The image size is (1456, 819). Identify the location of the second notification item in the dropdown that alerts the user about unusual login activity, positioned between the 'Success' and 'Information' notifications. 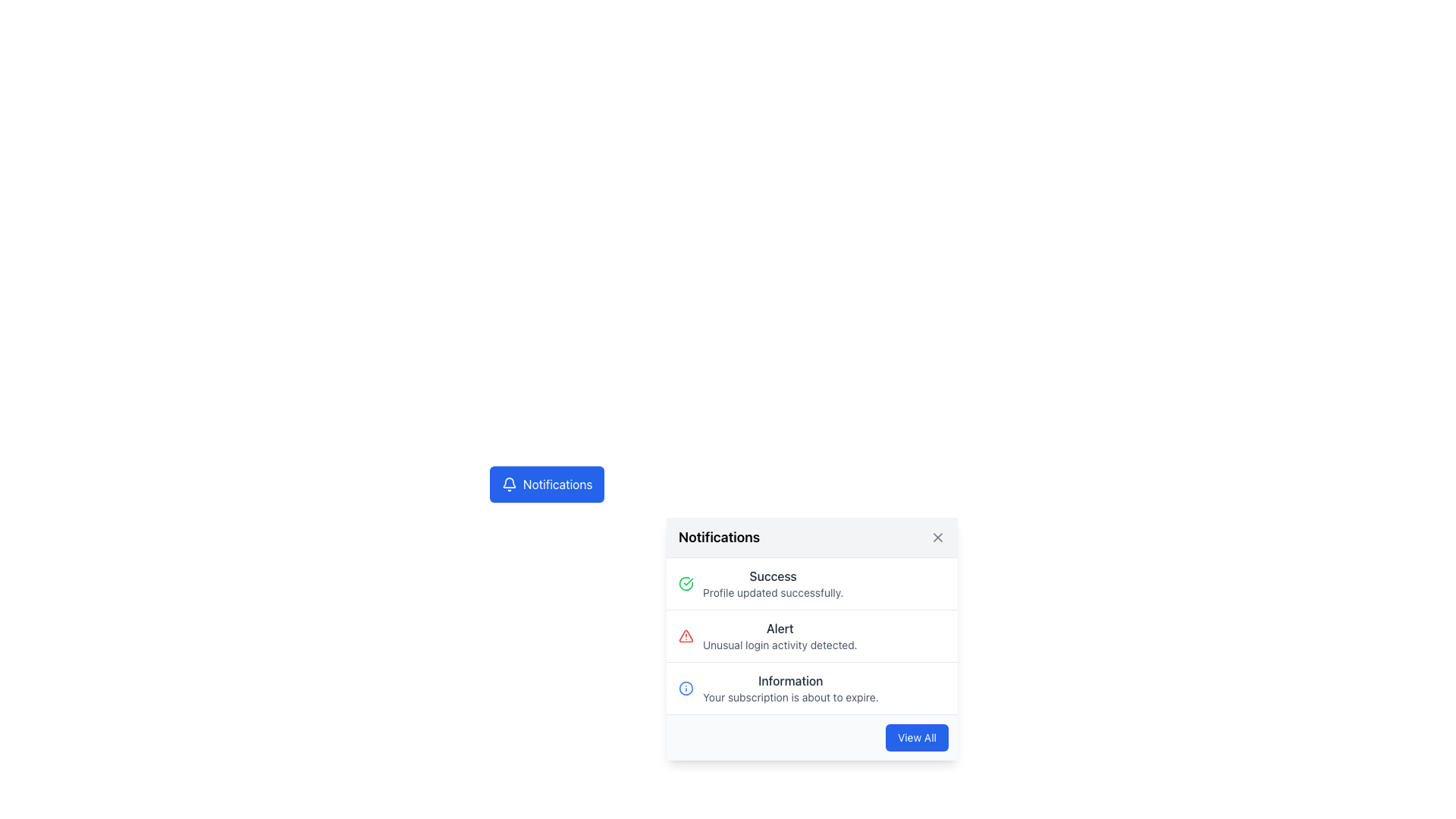
(811, 636).